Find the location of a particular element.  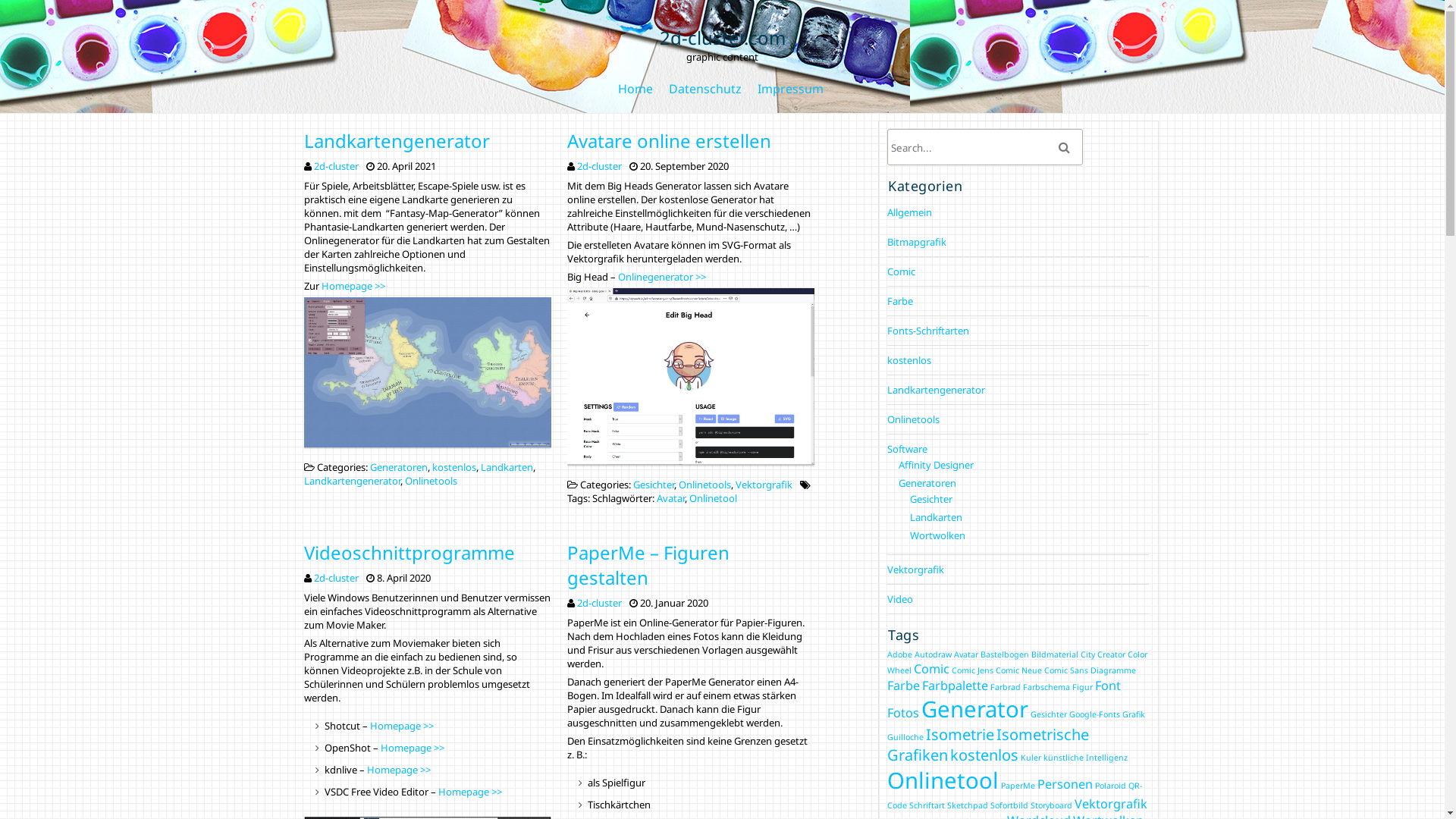

'Allgemein' is located at coordinates (909, 212).